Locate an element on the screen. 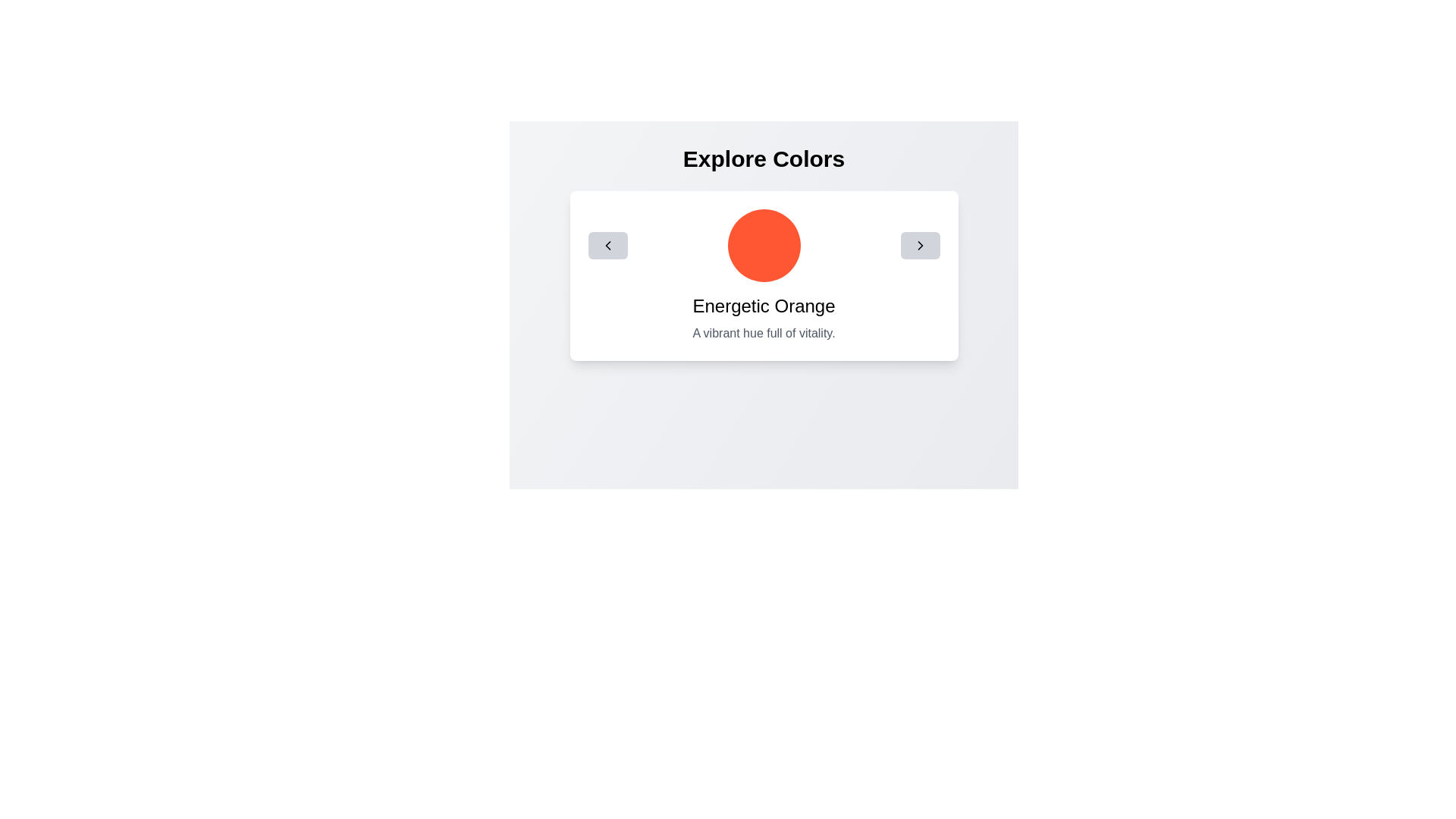  the left-facing chevron button is located at coordinates (607, 245).